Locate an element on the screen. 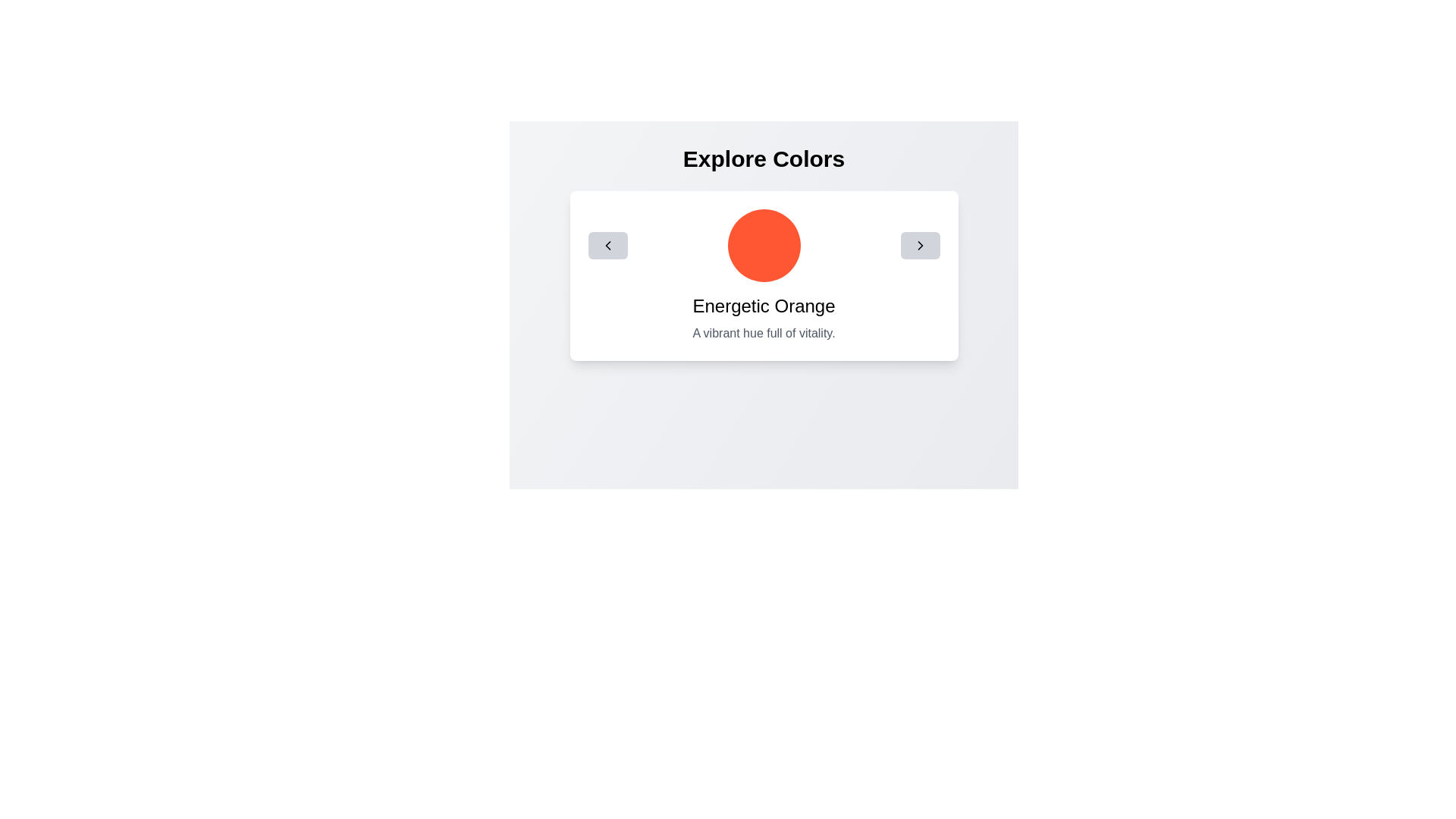  the left-facing chevron button is located at coordinates (607, 245).